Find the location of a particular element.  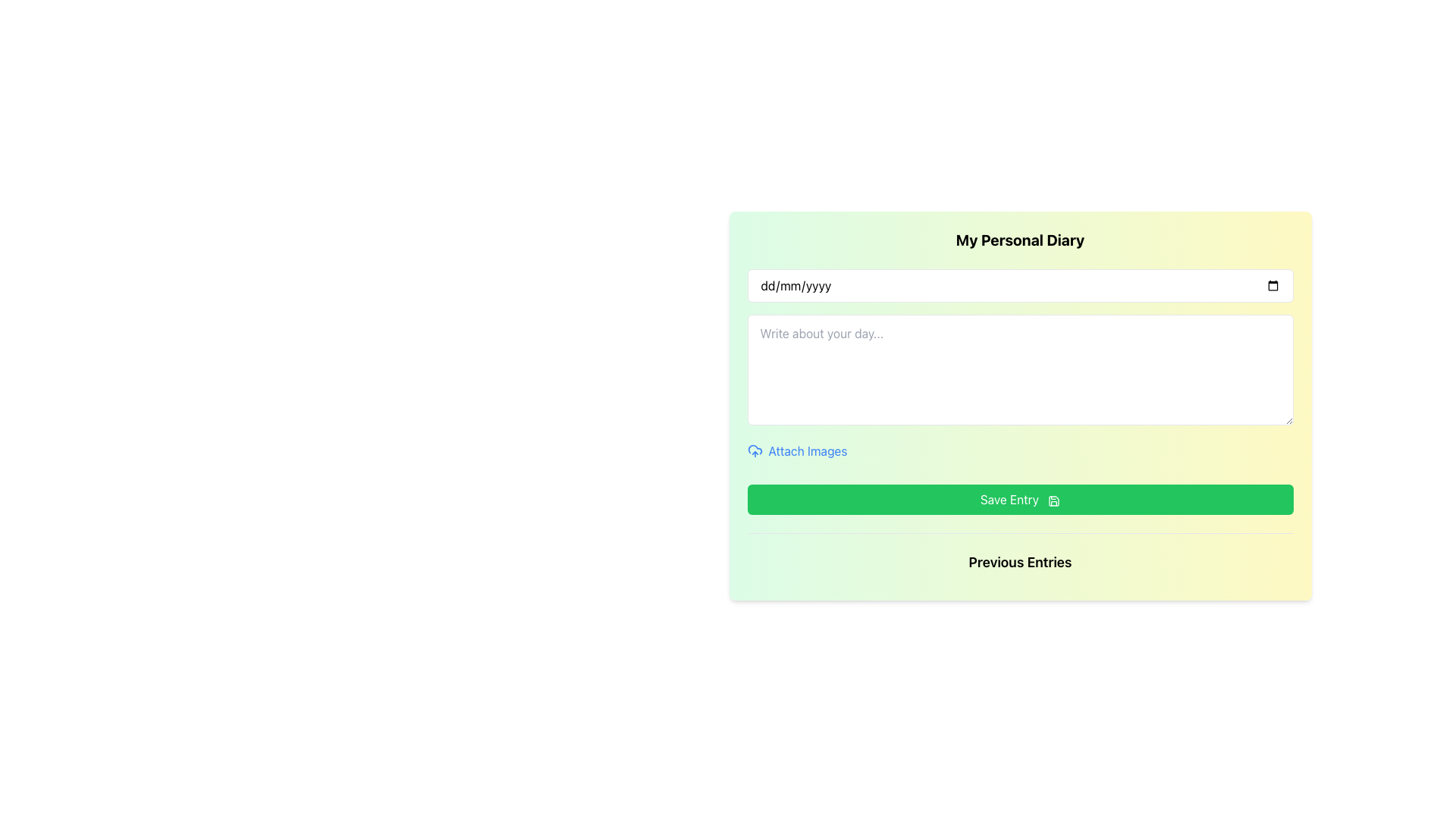

the 'Save Entry' button which contains the SVG icon representing the 'Save Entry' action, located towards the right side of the button is located at coordinates (1053, 500).